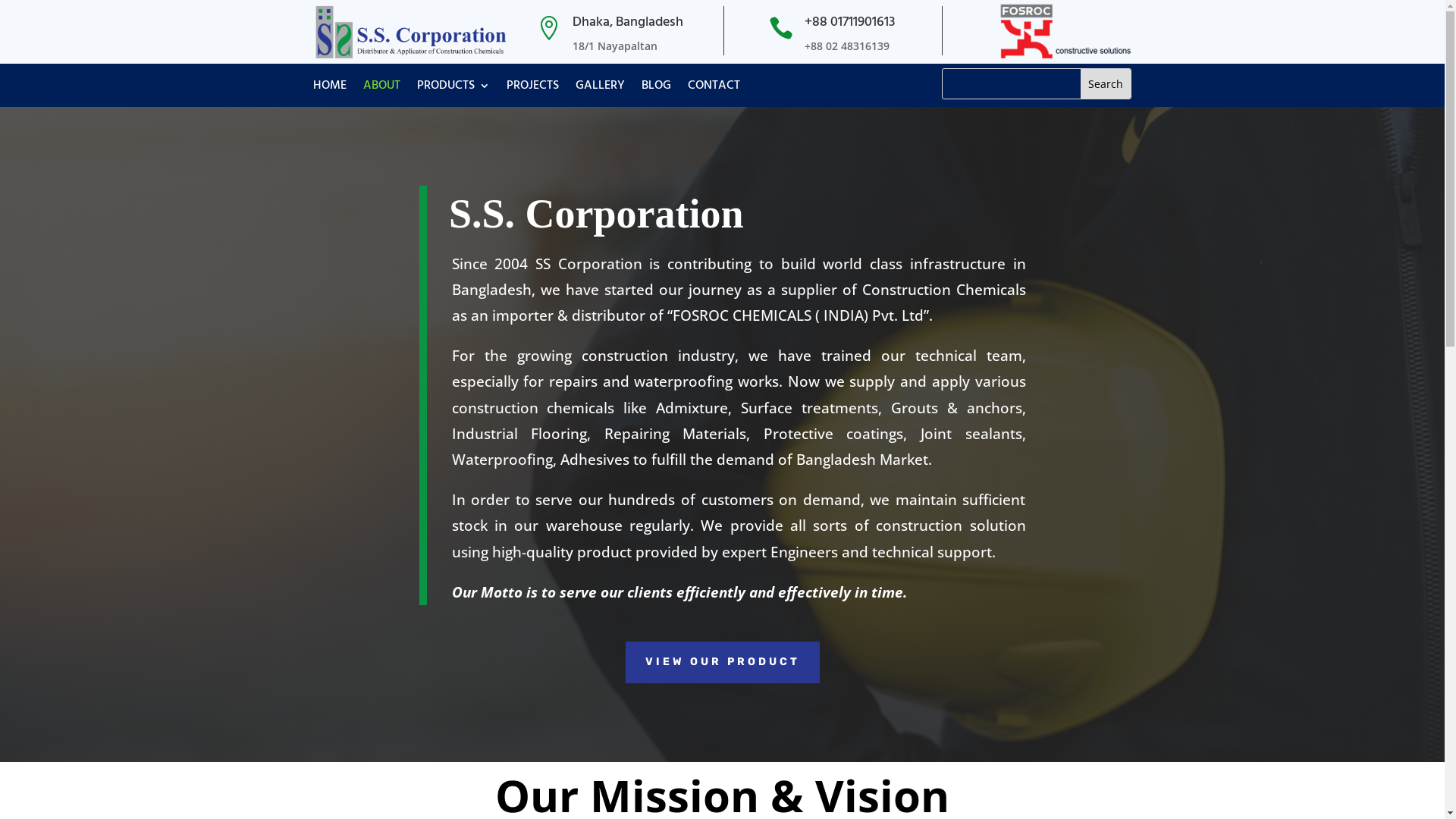  Describe the element at coordinates (712, 88) in the screenshot. I see `'CONTACT'` at that location.